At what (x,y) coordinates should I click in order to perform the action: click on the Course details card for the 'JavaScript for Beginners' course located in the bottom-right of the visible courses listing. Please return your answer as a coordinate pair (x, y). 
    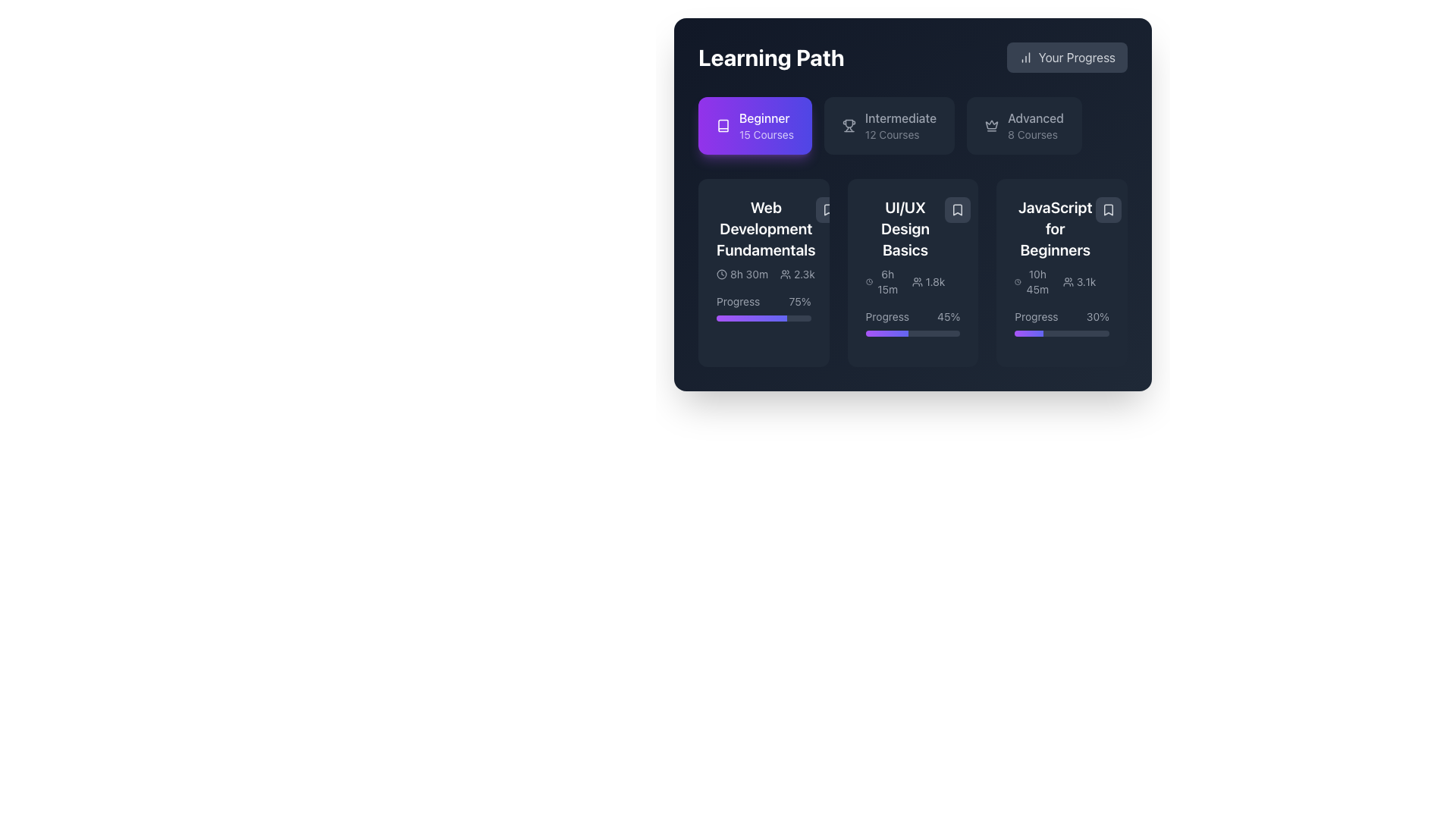
    Looking at the image, I should click on (1061, 246).